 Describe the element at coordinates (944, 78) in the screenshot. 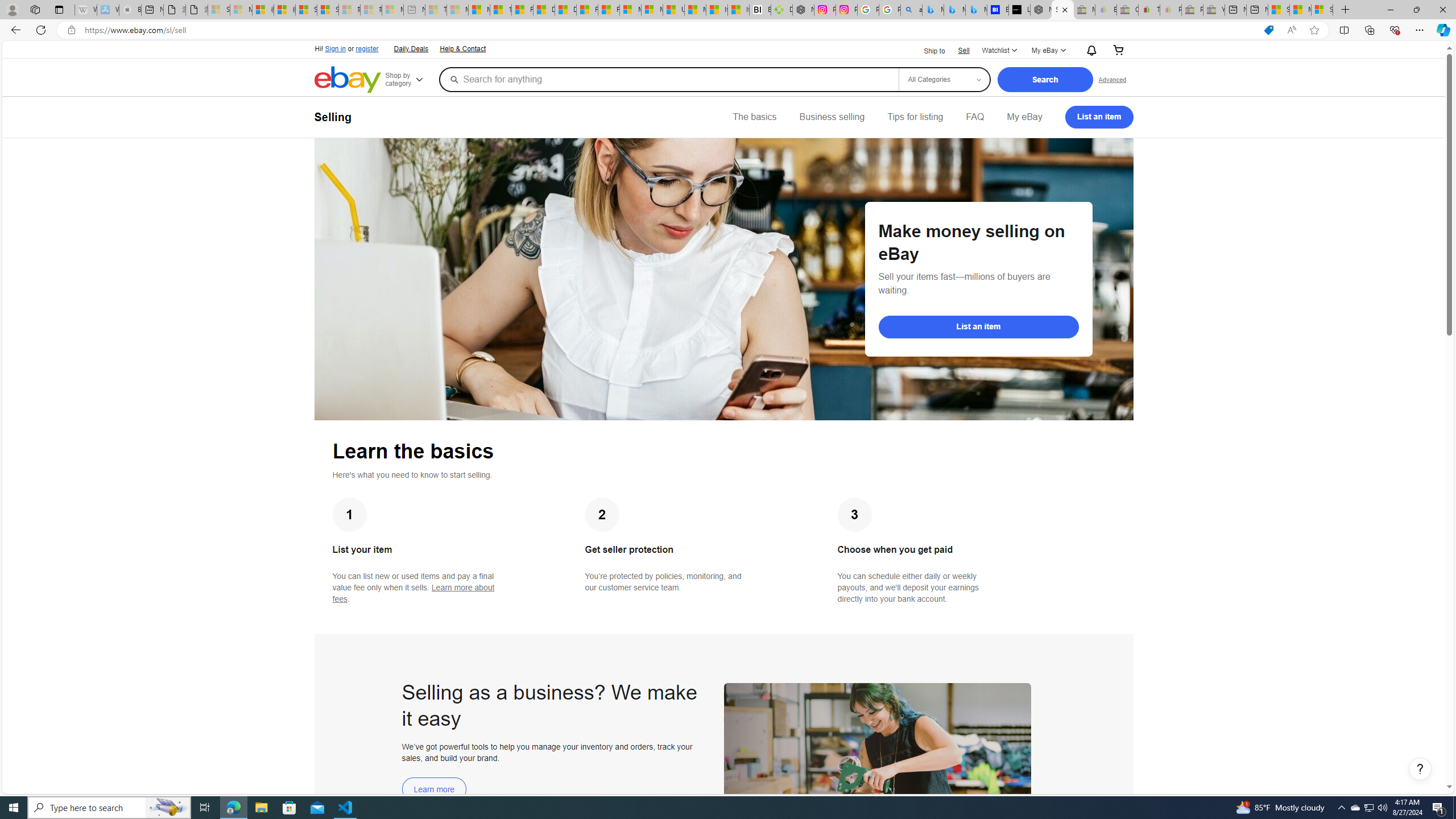

I see `'Select a category for search'` at that location.